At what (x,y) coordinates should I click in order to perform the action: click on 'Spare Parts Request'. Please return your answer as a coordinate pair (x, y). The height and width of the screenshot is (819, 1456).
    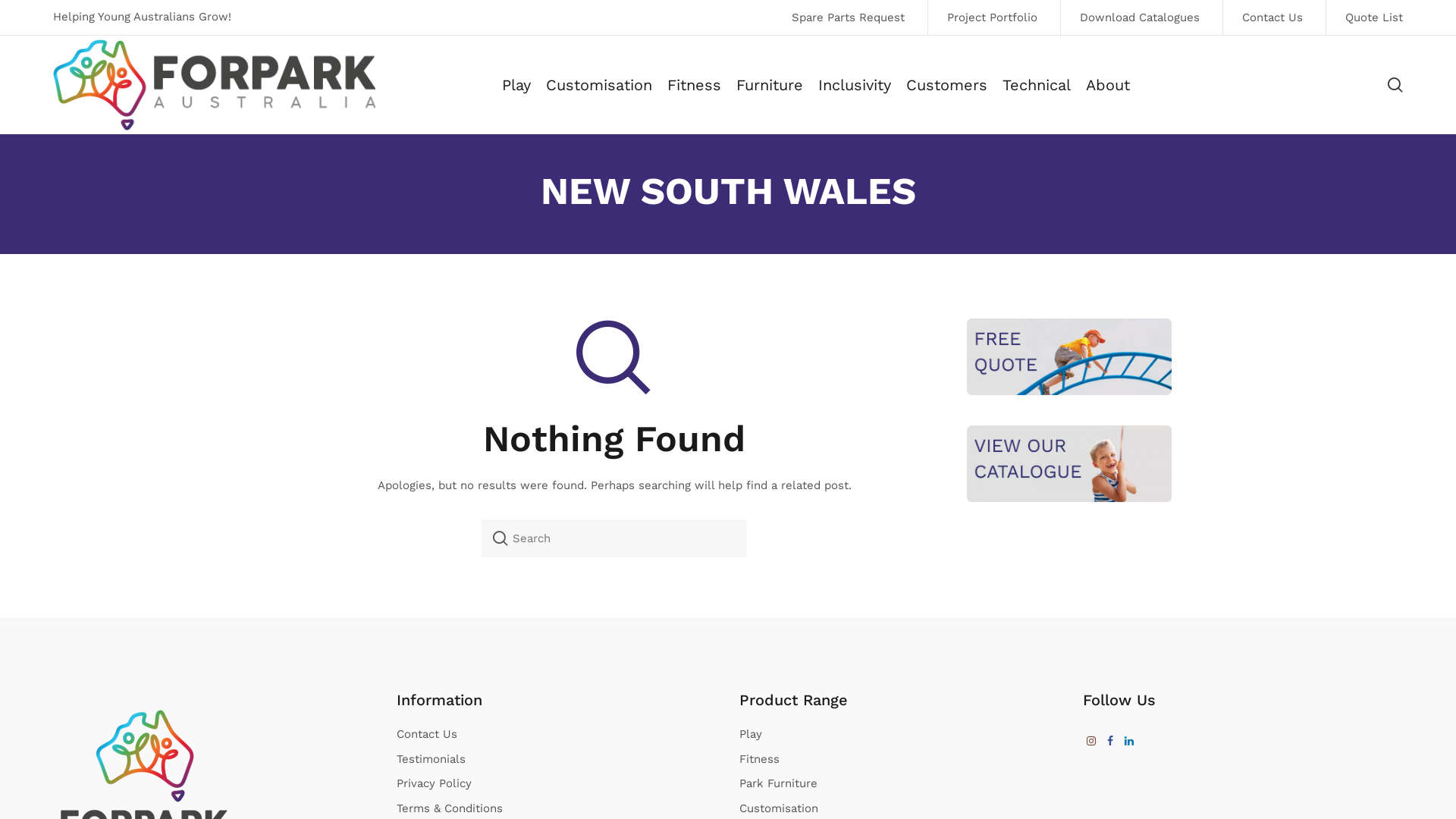
    Looking at the image, I should click on (847, 17).